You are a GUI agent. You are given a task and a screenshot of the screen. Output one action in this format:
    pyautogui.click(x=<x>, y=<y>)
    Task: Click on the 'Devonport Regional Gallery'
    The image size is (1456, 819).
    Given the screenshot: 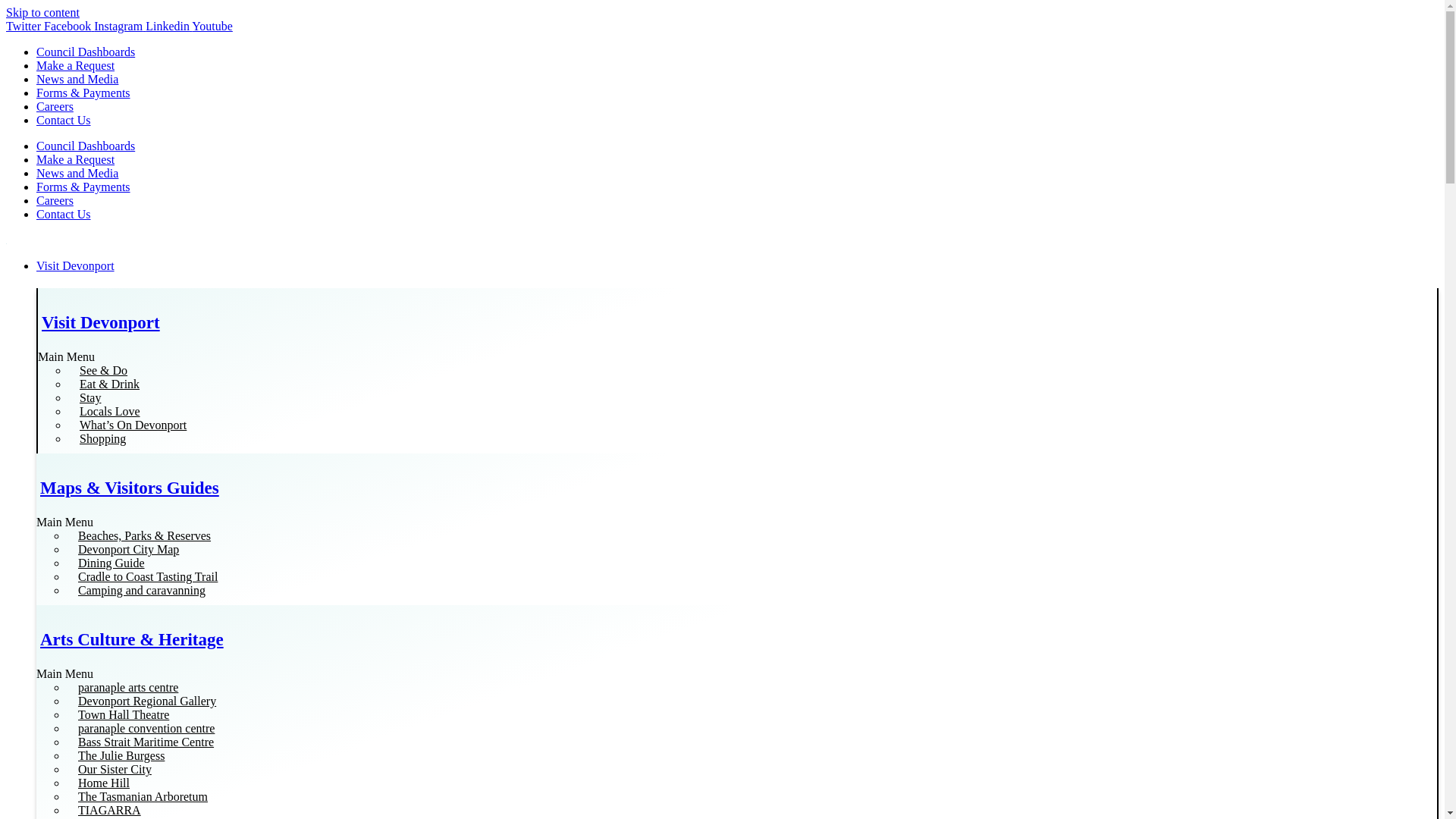 What is the action you would take?
    pyautogui.click(x=65, y=701)
    